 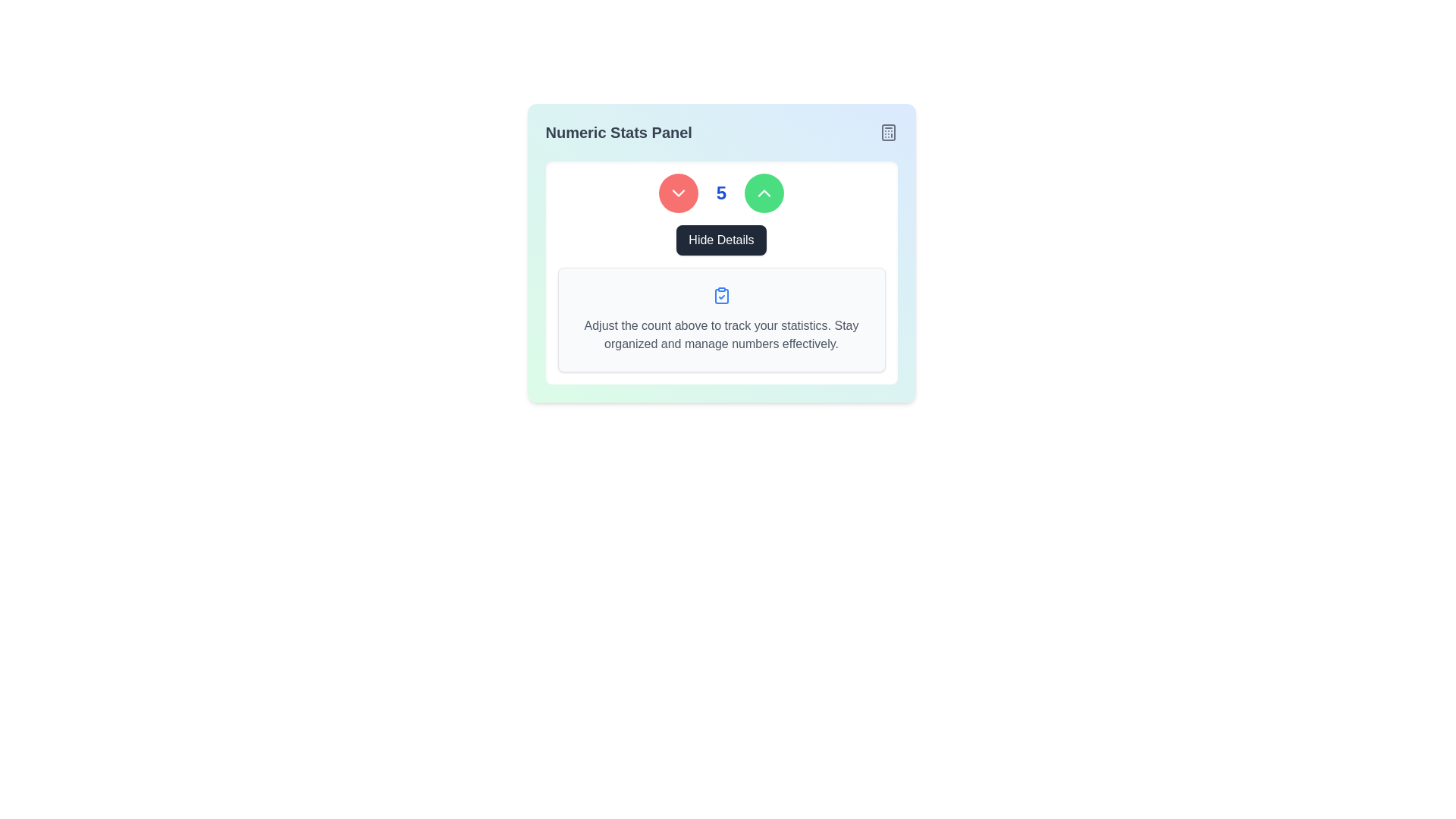 What do you see at coordinates (764, 192) in the screenshot?
I see `the last interactive button in the group of three components to increment the numeric value displayed in the center of the panel` at bounding box center [764, 192].